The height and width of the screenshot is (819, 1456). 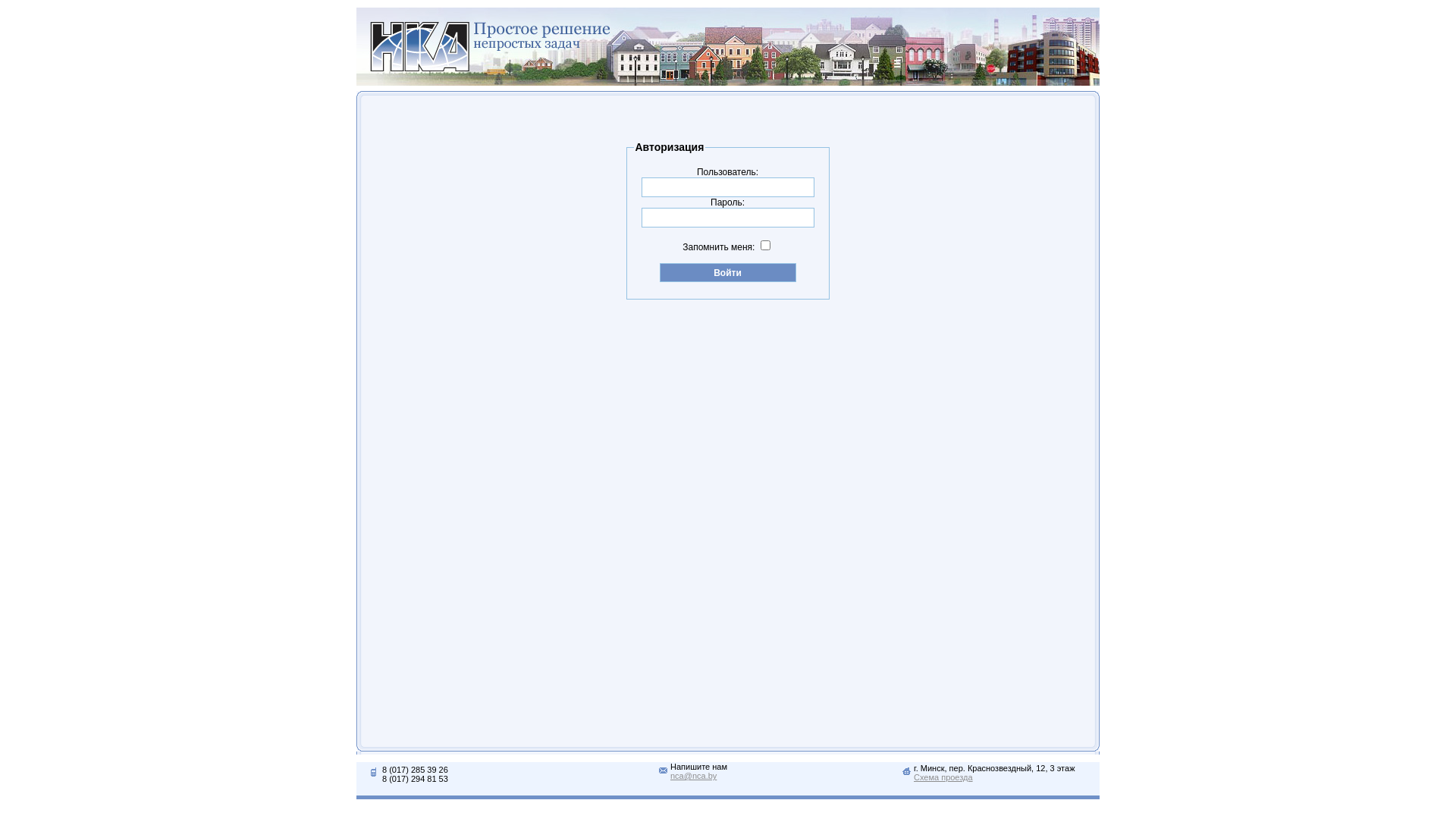 I want to click on 'nca@nca.by', so click(x=692, y=775).